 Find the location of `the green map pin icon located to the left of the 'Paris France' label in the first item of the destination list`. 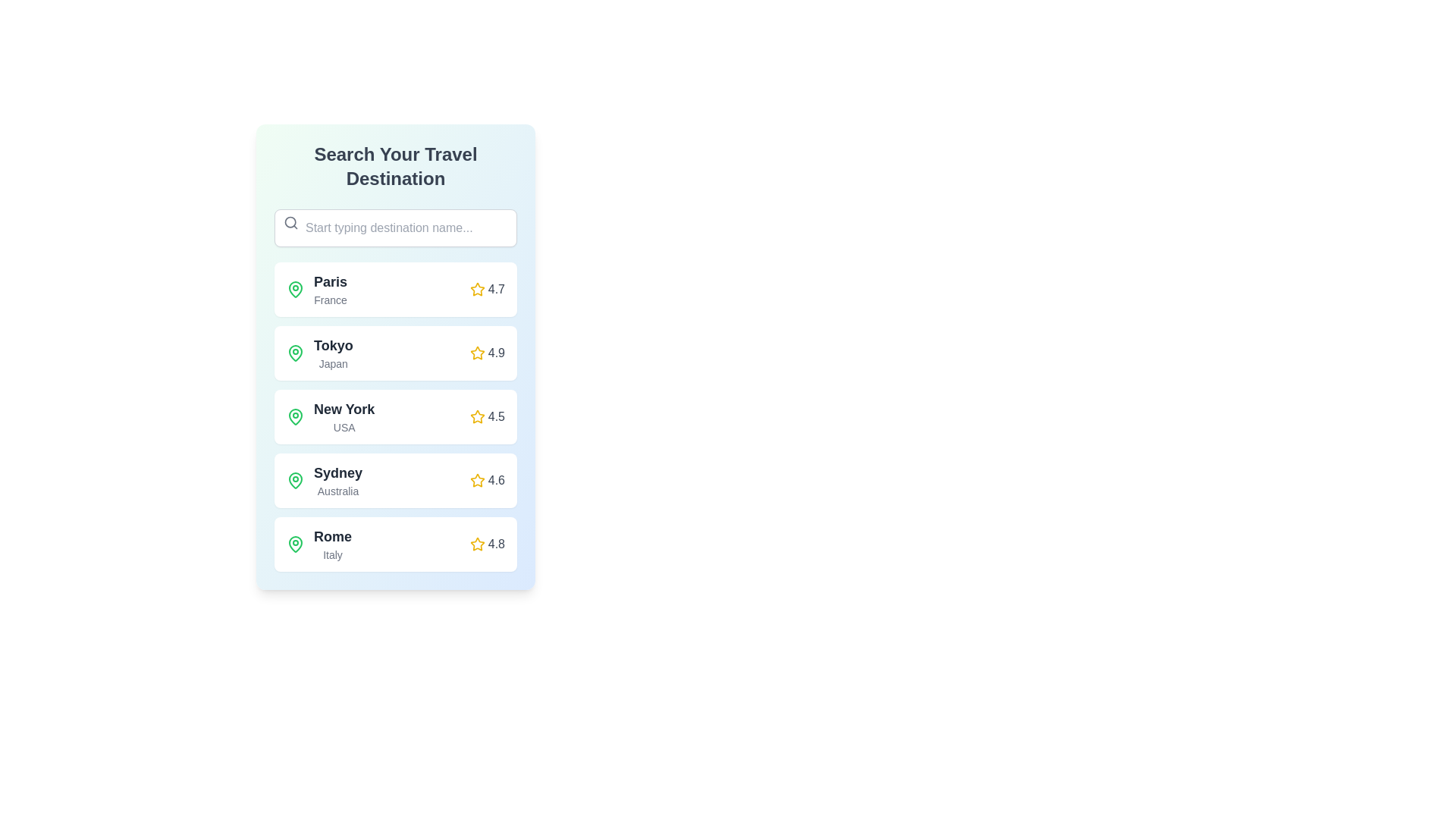

the green map pin icon located to the left of the 'Paris France' label in the first item of the destination list is located at coordinates (295, 289).